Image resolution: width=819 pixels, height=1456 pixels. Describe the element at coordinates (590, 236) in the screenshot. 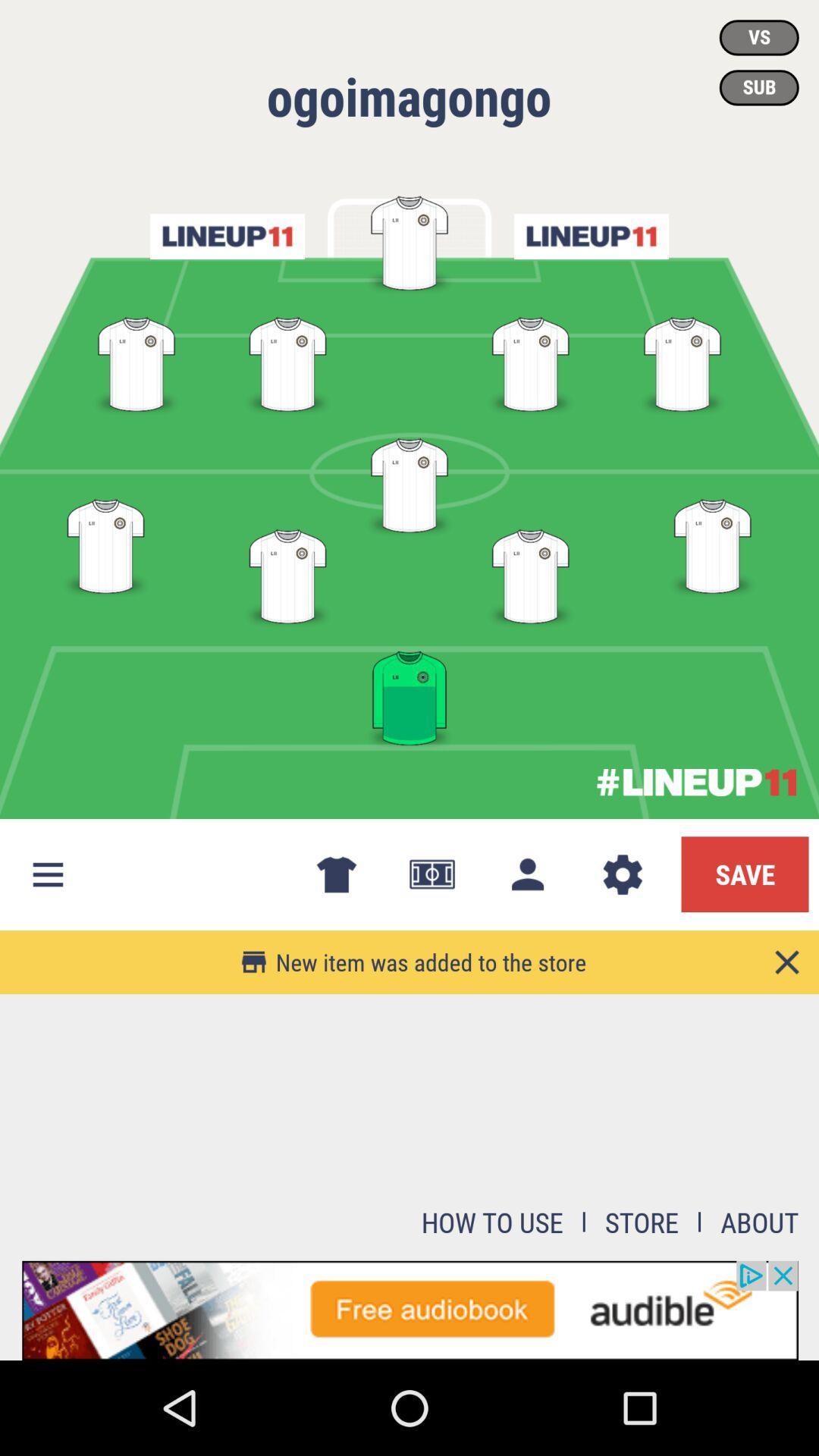

I see `the sliders icon` at that location.